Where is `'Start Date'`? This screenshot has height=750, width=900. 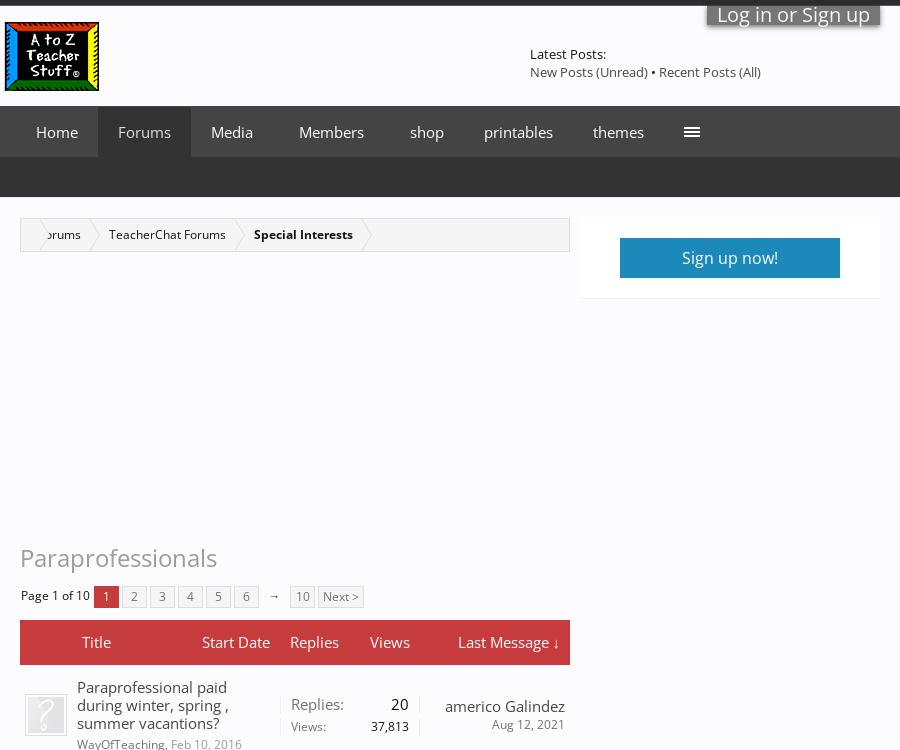 'Start Date' is located at coordinates (234, 642).